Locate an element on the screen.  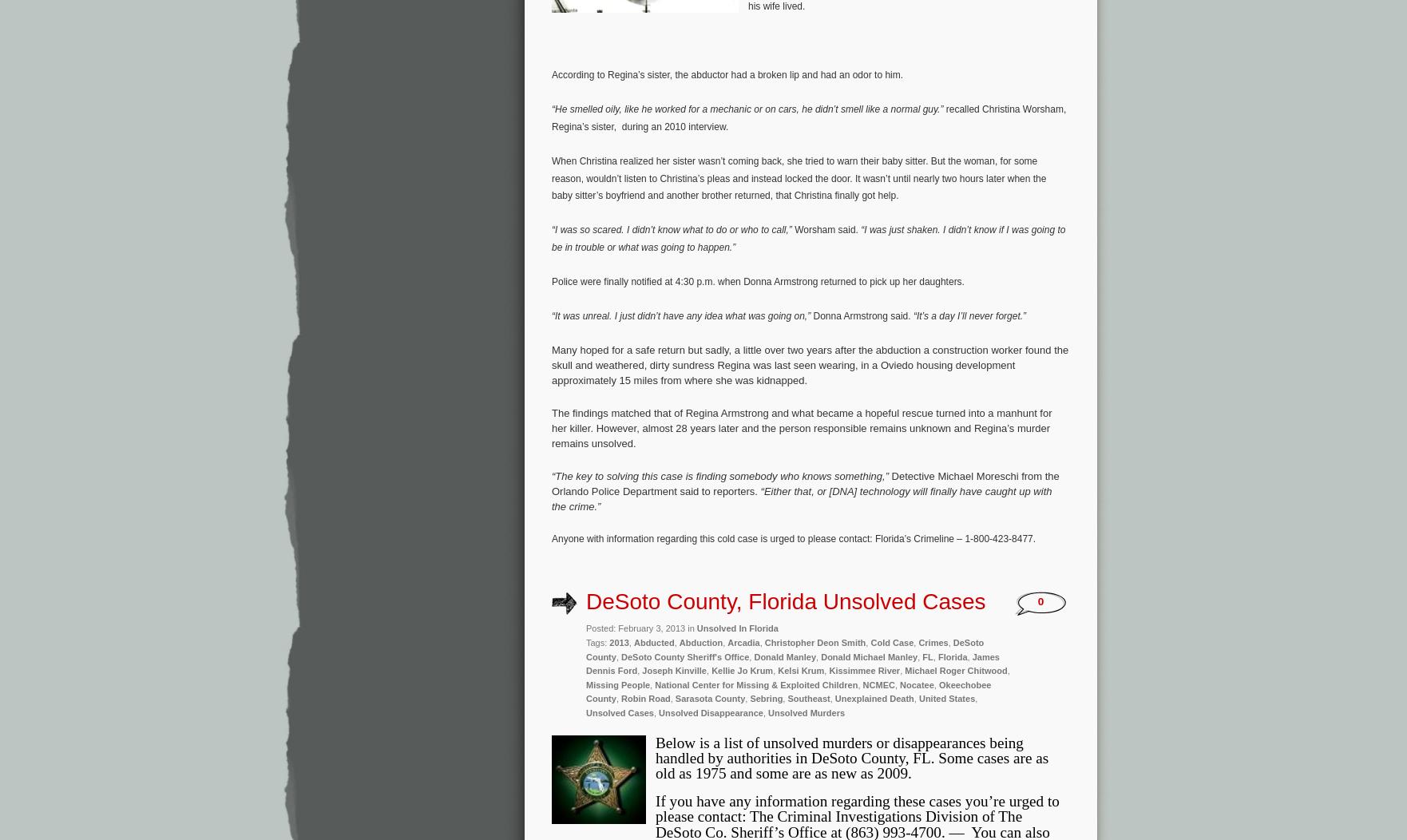
'Unsolved Cases' is located at coordinates (618, 711).